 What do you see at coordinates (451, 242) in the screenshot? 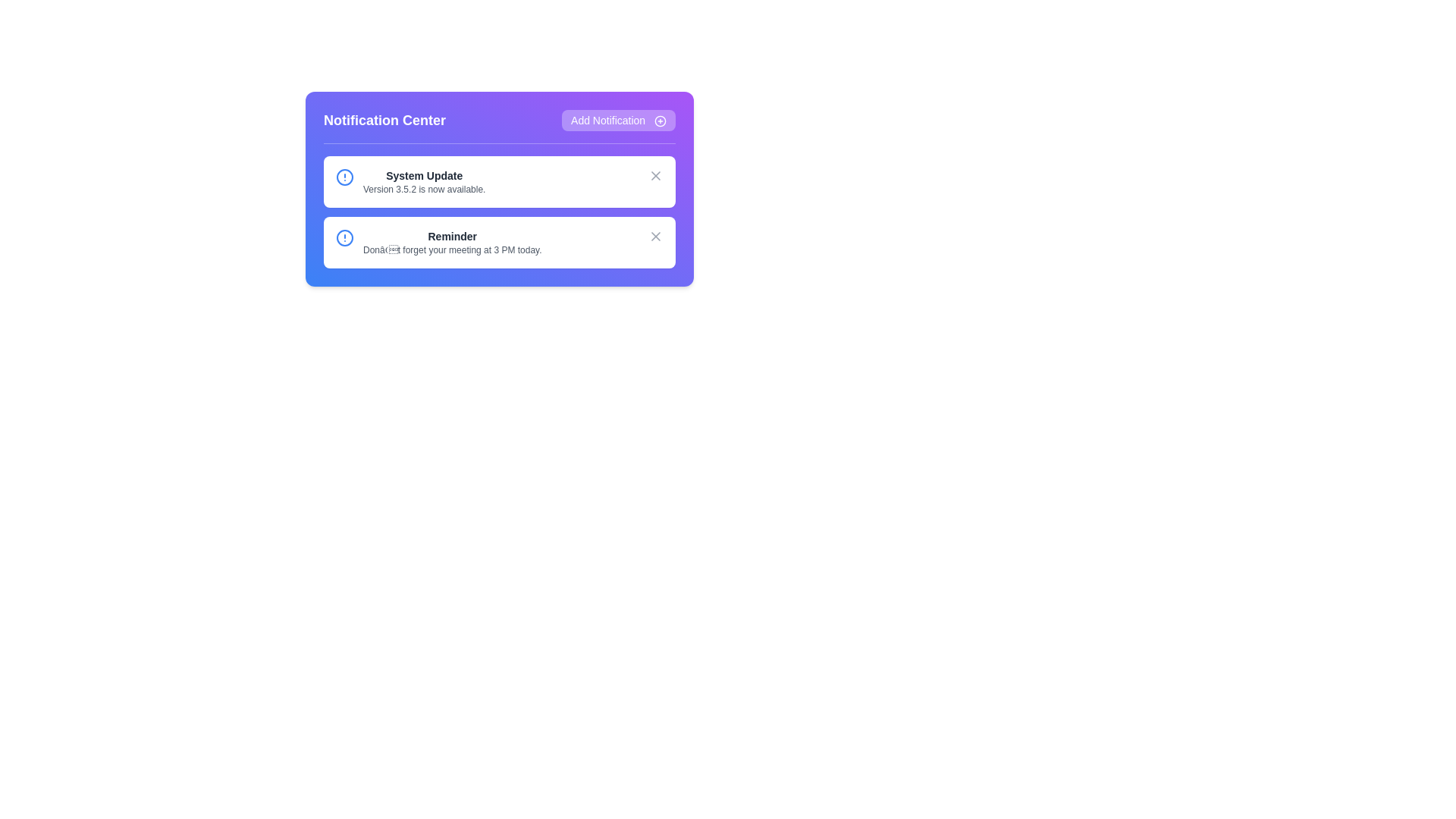
I see `the notification text about the upcoming meeting at 3 PM, which is the second notification in the notification center` at bounding box center [451, 242].